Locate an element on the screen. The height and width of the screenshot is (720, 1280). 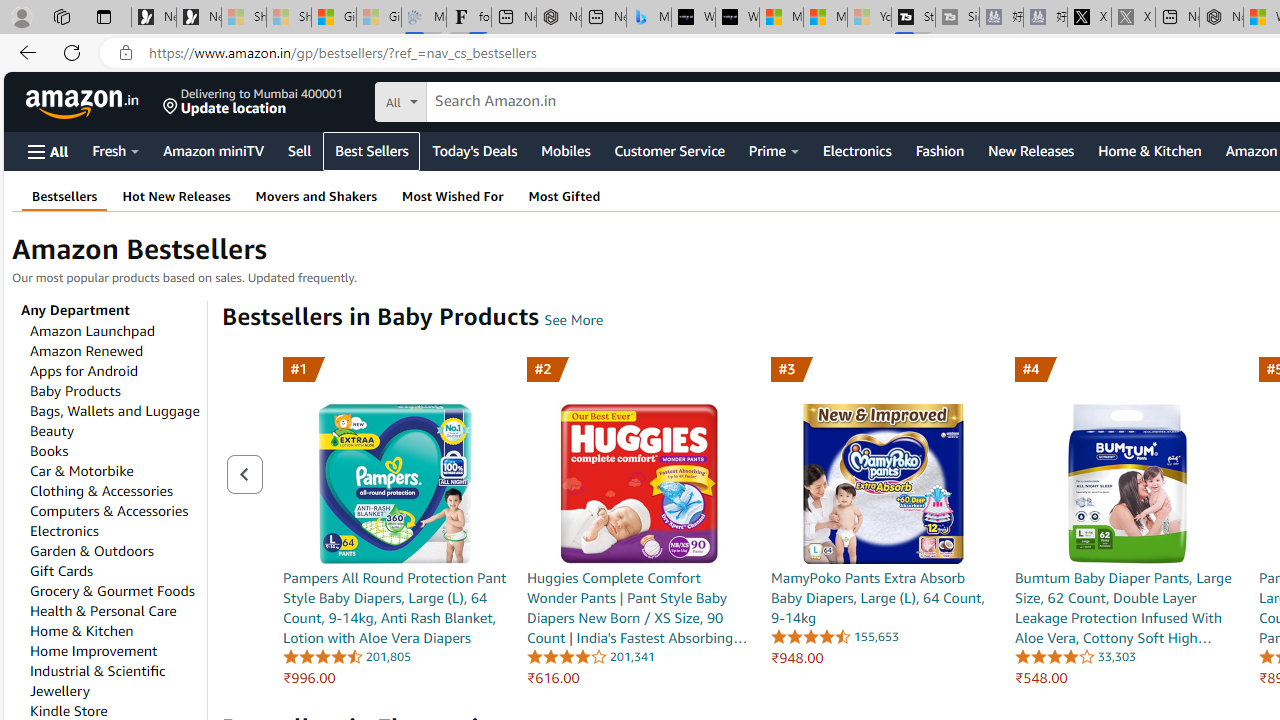
'Amazon miniTV' is located at coordinates (213, 149).